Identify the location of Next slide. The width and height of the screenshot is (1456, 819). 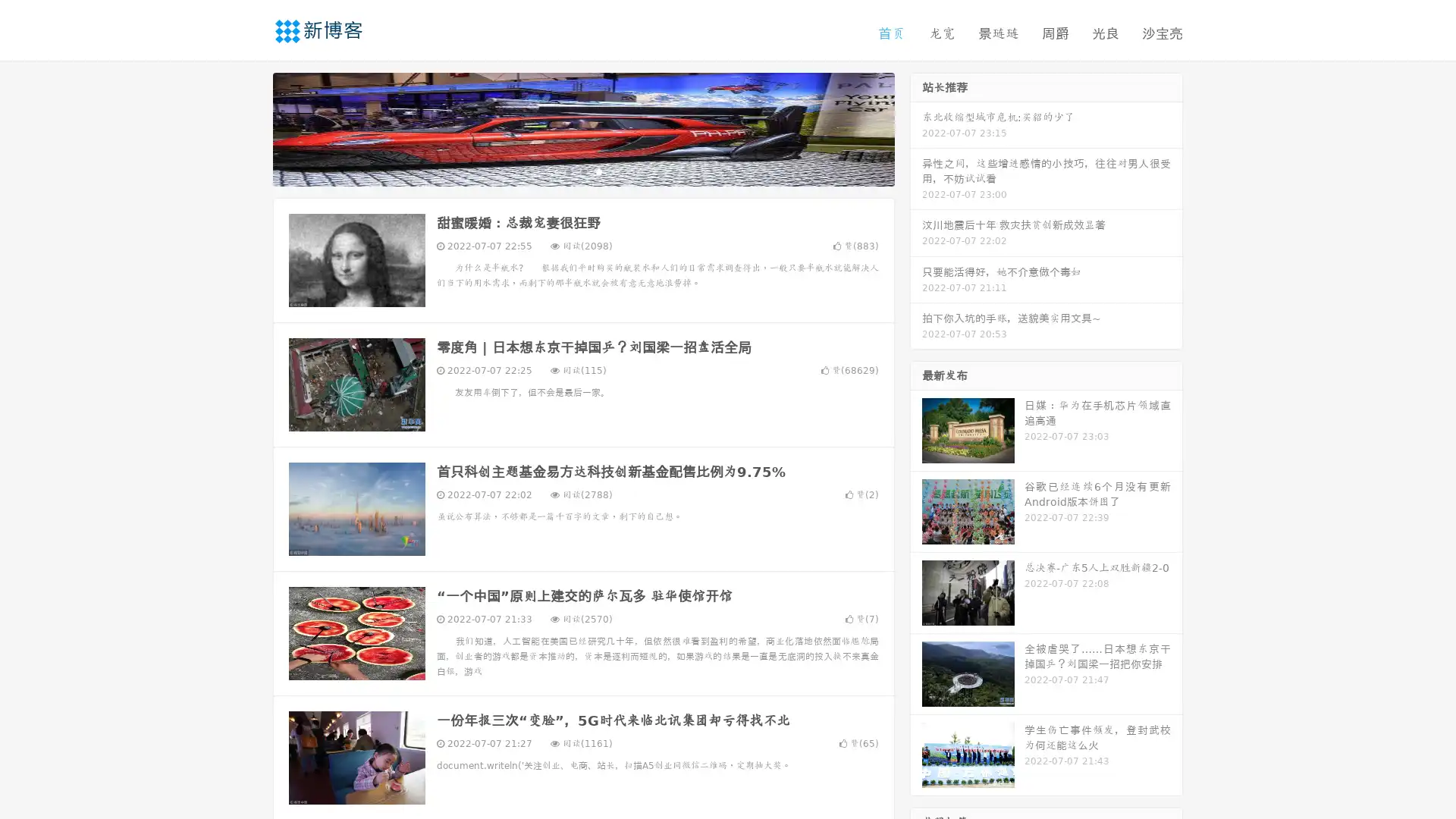
(916, 127).